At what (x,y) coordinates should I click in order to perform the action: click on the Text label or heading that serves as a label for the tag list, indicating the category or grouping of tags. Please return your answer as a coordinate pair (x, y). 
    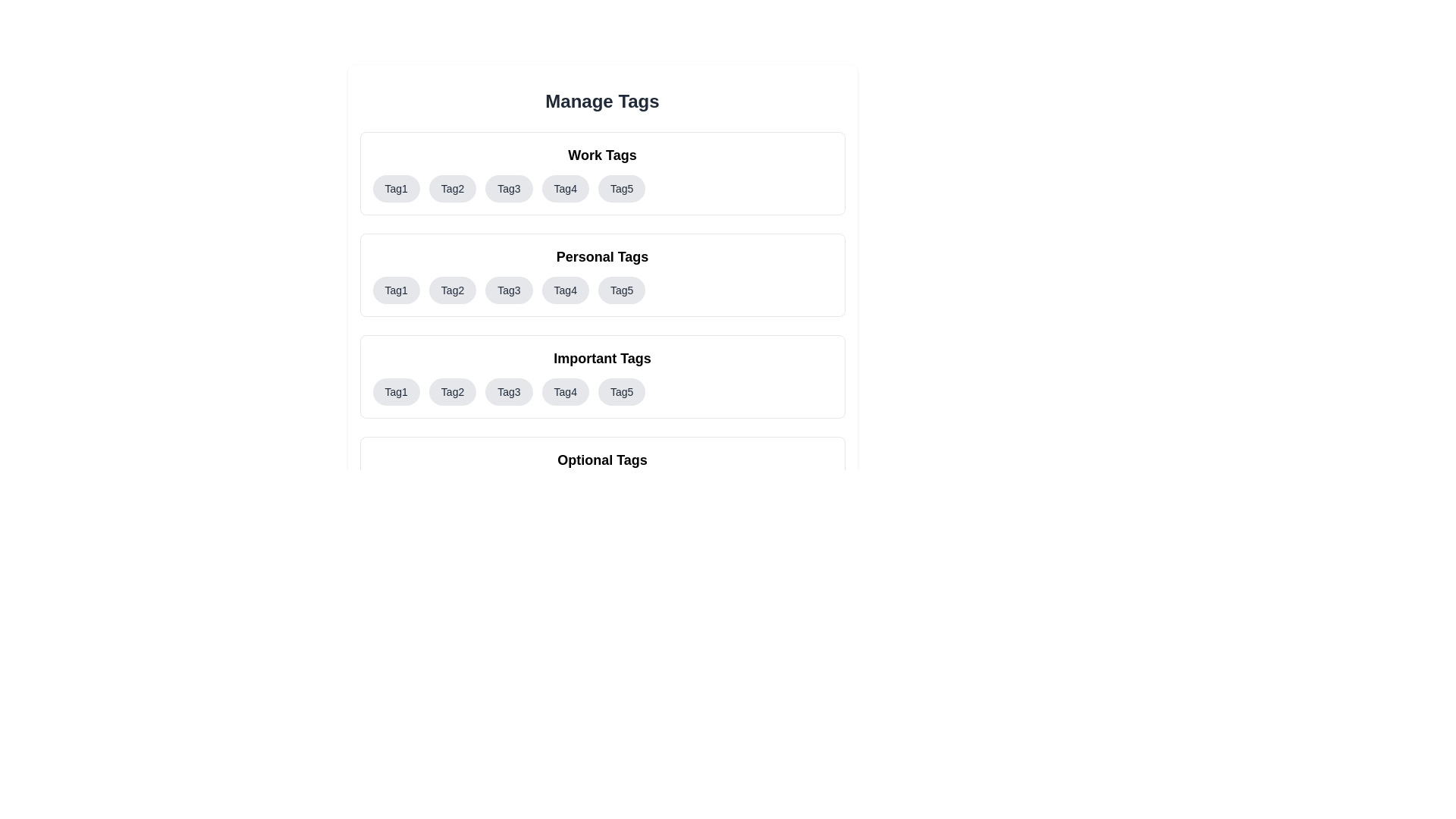
    Looking at the image, I should click on (601, 359).